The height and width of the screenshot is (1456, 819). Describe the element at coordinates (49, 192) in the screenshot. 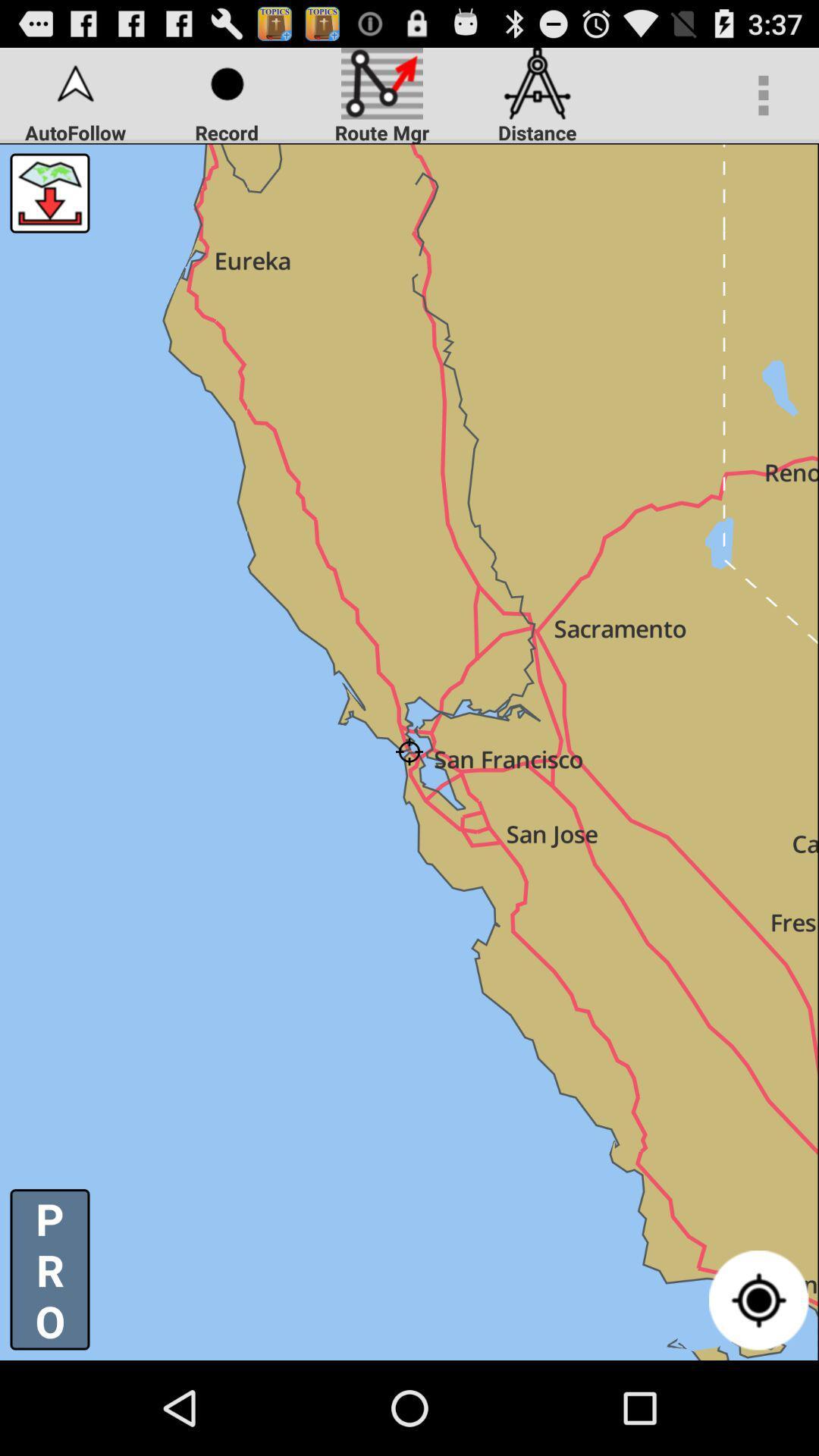

I see `the icon below autofollow item` at that location.